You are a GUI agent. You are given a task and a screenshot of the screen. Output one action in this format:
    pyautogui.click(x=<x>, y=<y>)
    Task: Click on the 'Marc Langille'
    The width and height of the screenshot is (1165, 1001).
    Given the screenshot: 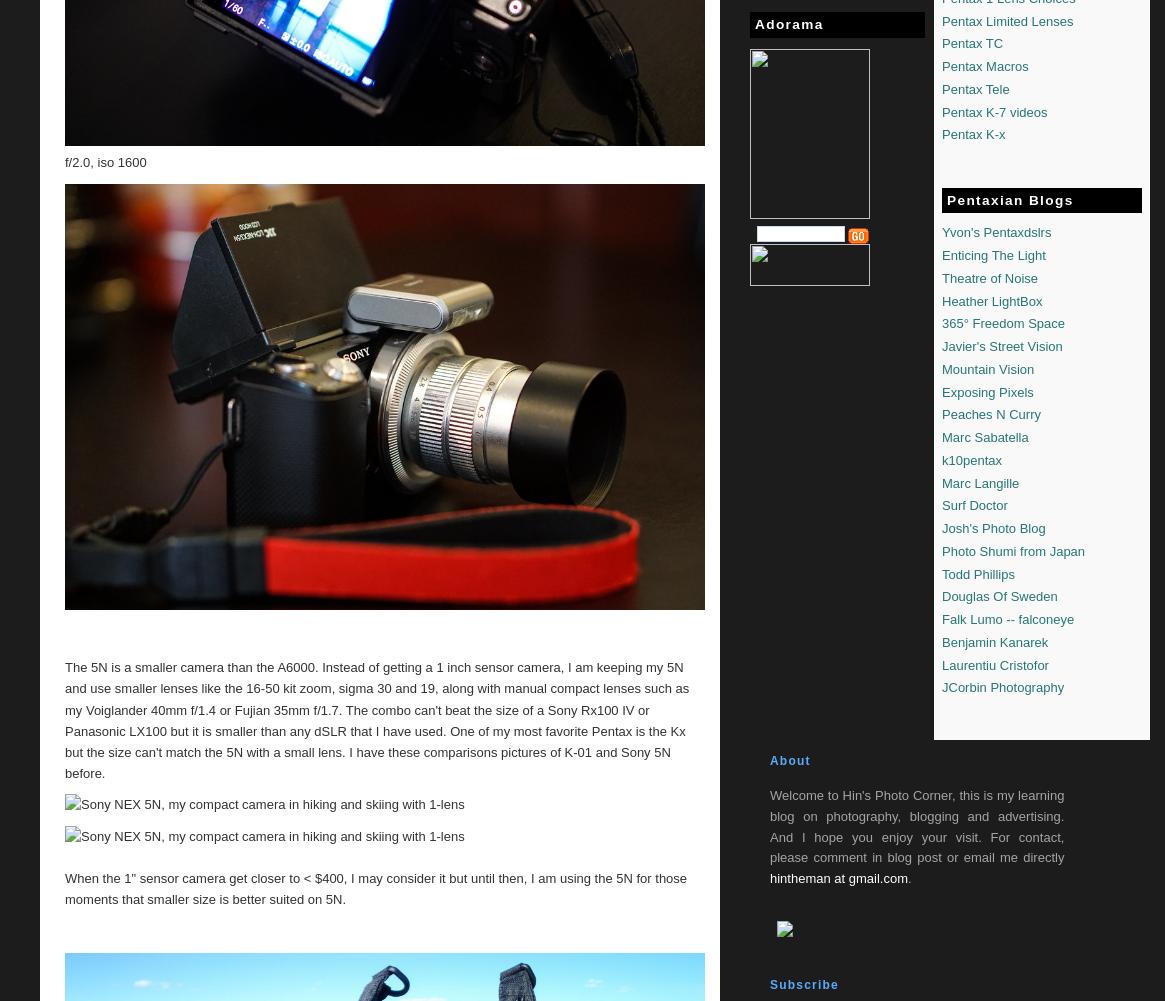 What is the action you would take?
    pyautogui.click(x=941, y=482)
    